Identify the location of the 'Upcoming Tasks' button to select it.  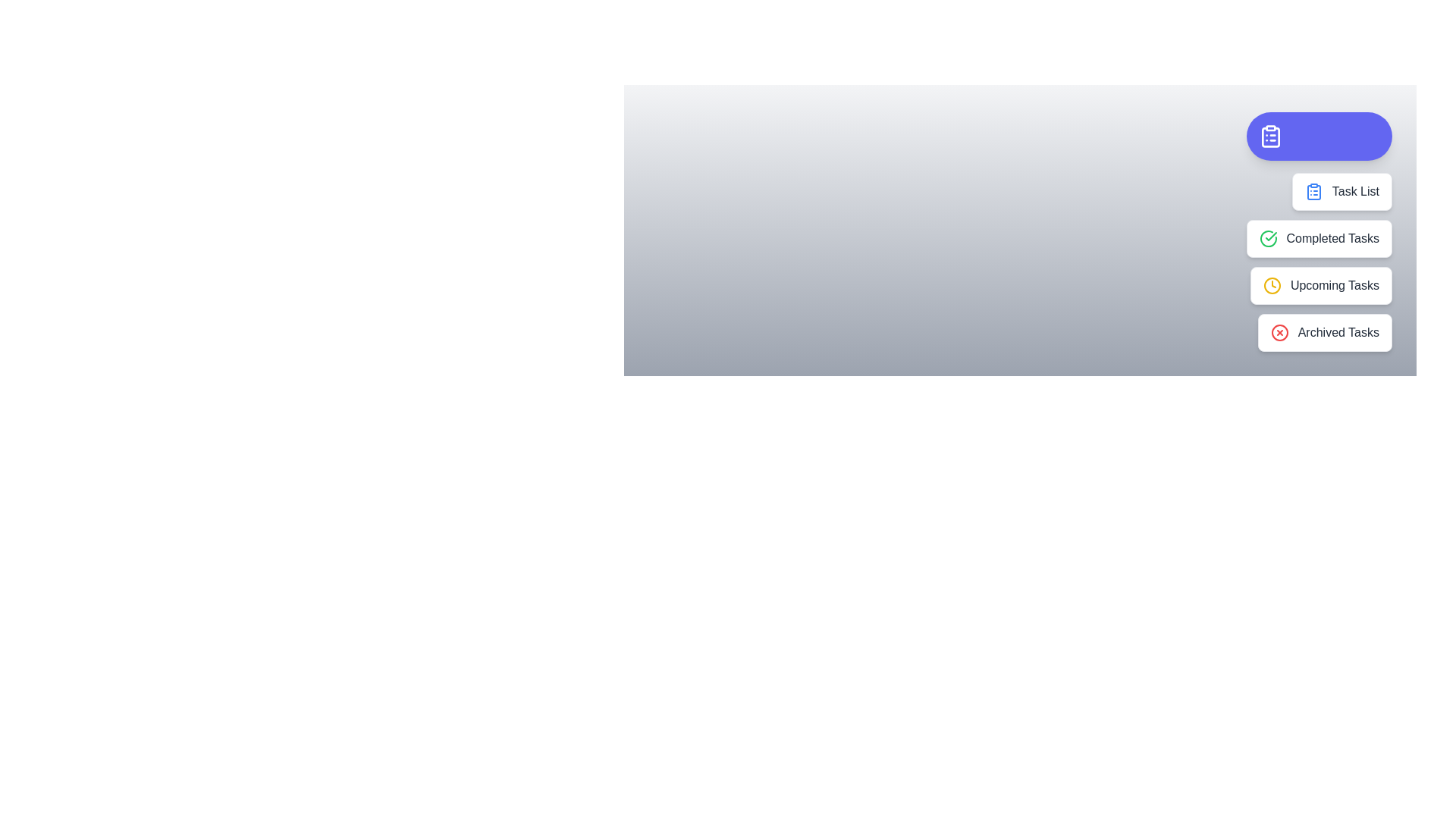
(1320, 286).